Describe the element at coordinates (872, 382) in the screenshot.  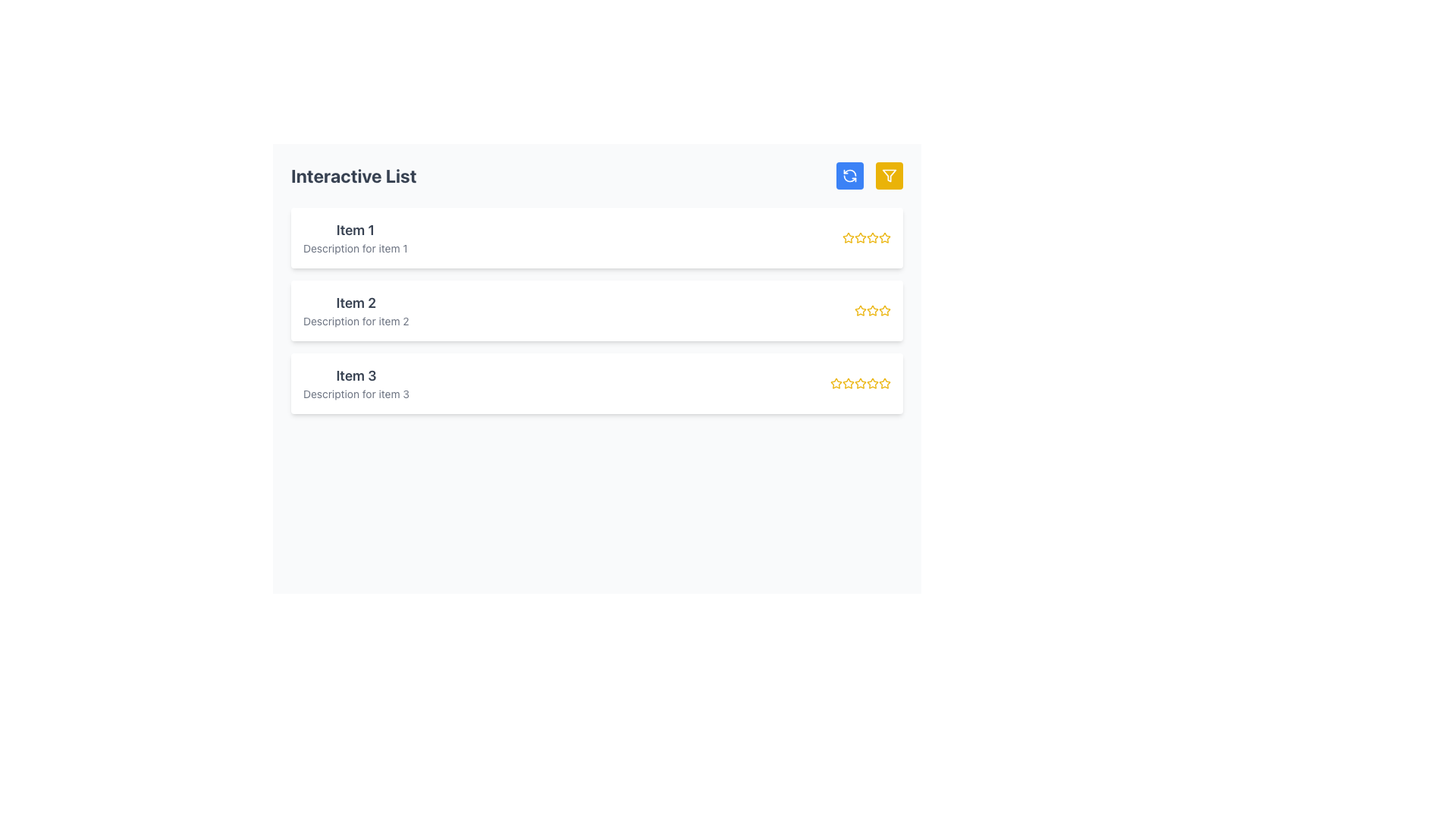
I see `the fourth yellow rating star icon with a white outline, which is part of the rating section for the third item in a vertical list of content cards` at that location.